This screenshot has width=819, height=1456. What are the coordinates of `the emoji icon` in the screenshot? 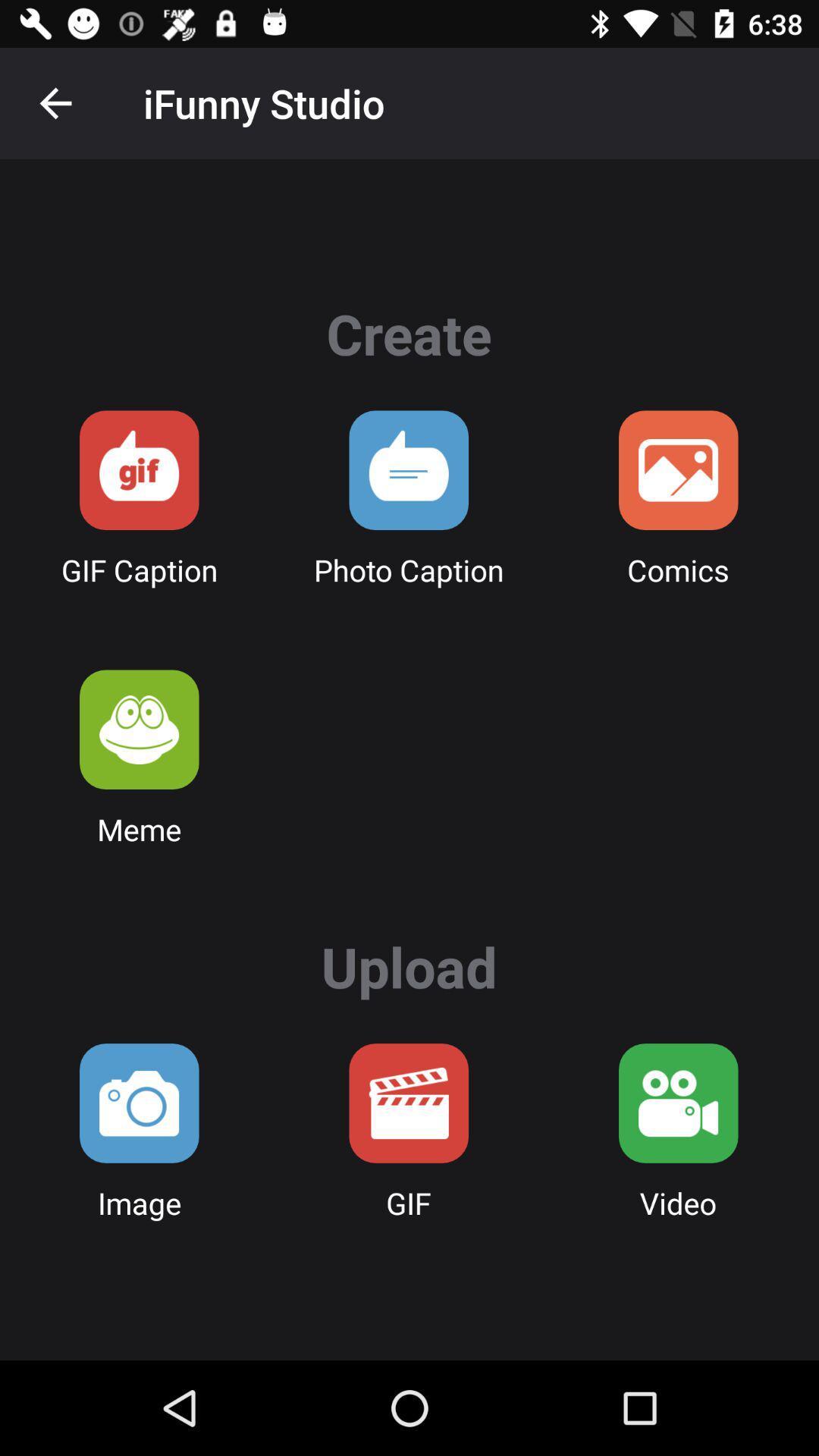 It's located at (139, 730).